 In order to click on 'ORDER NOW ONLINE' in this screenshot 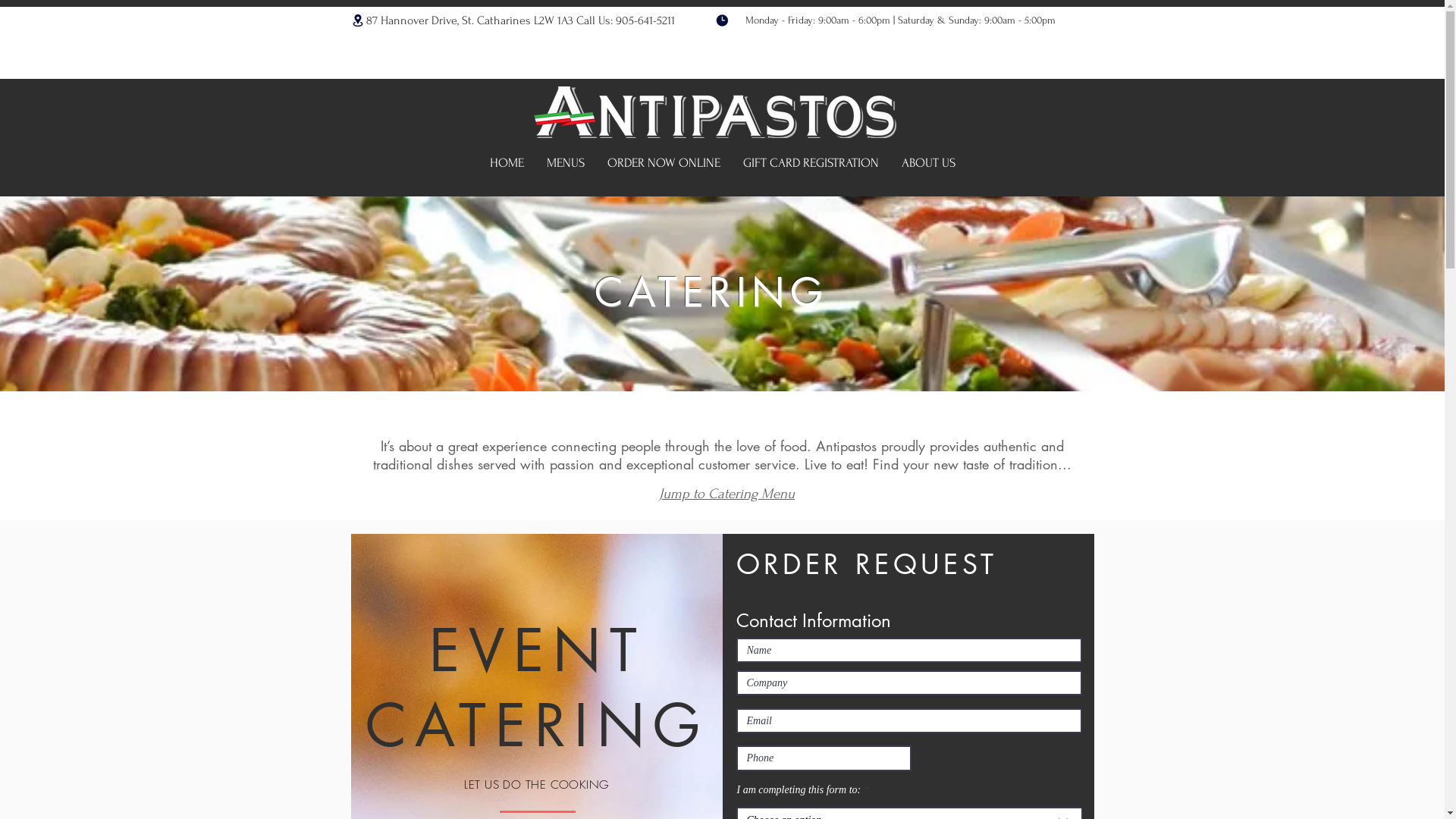, I will do `click(664, 163)`.